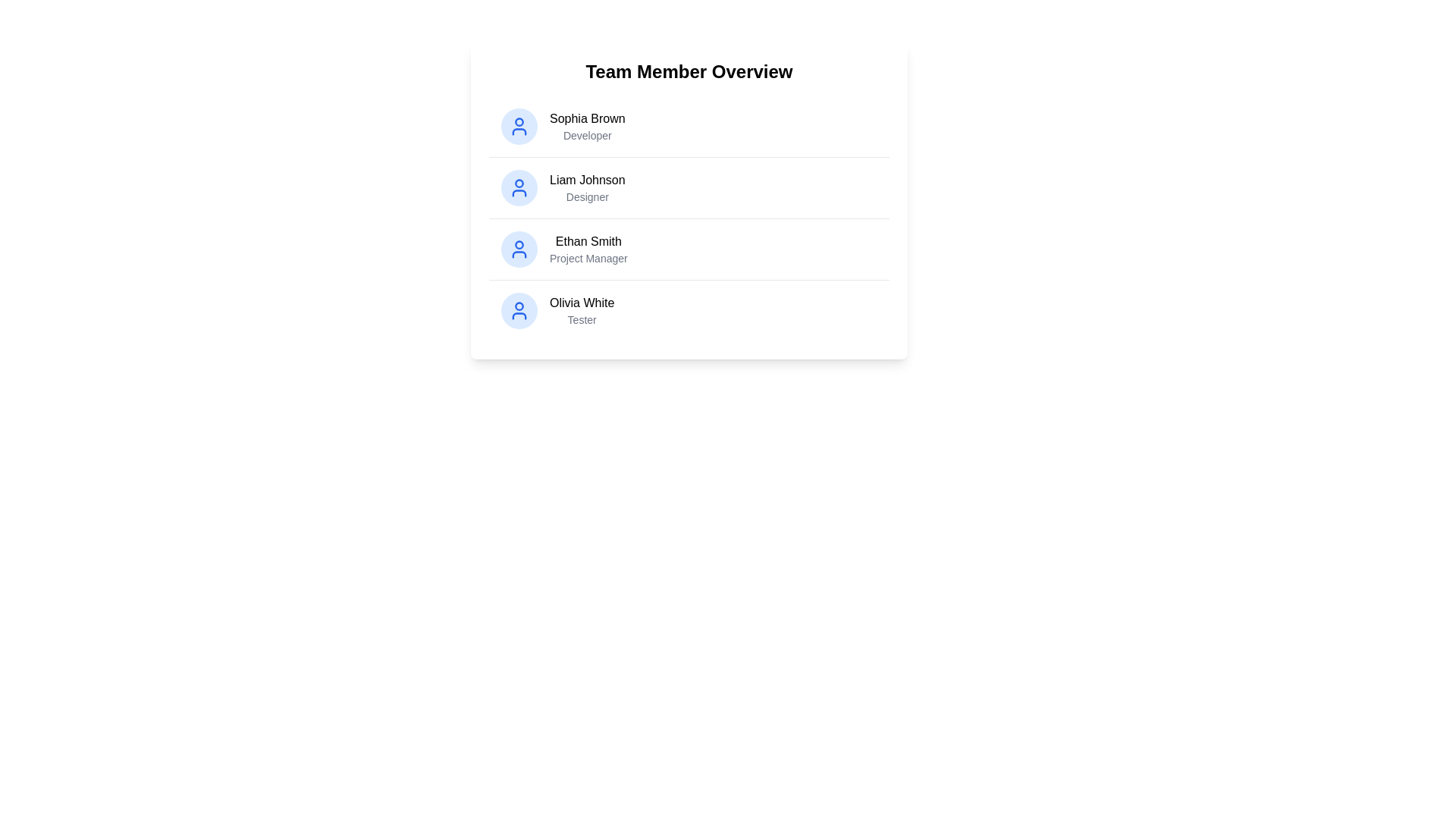  Describe the element at coordinates (519, 253) in the screenshot. I see `the graphical icon representing a person, which is part of the 'Project Manager' entry for 'Ethan Smith' in the 'Team Member Overview'` at that location.